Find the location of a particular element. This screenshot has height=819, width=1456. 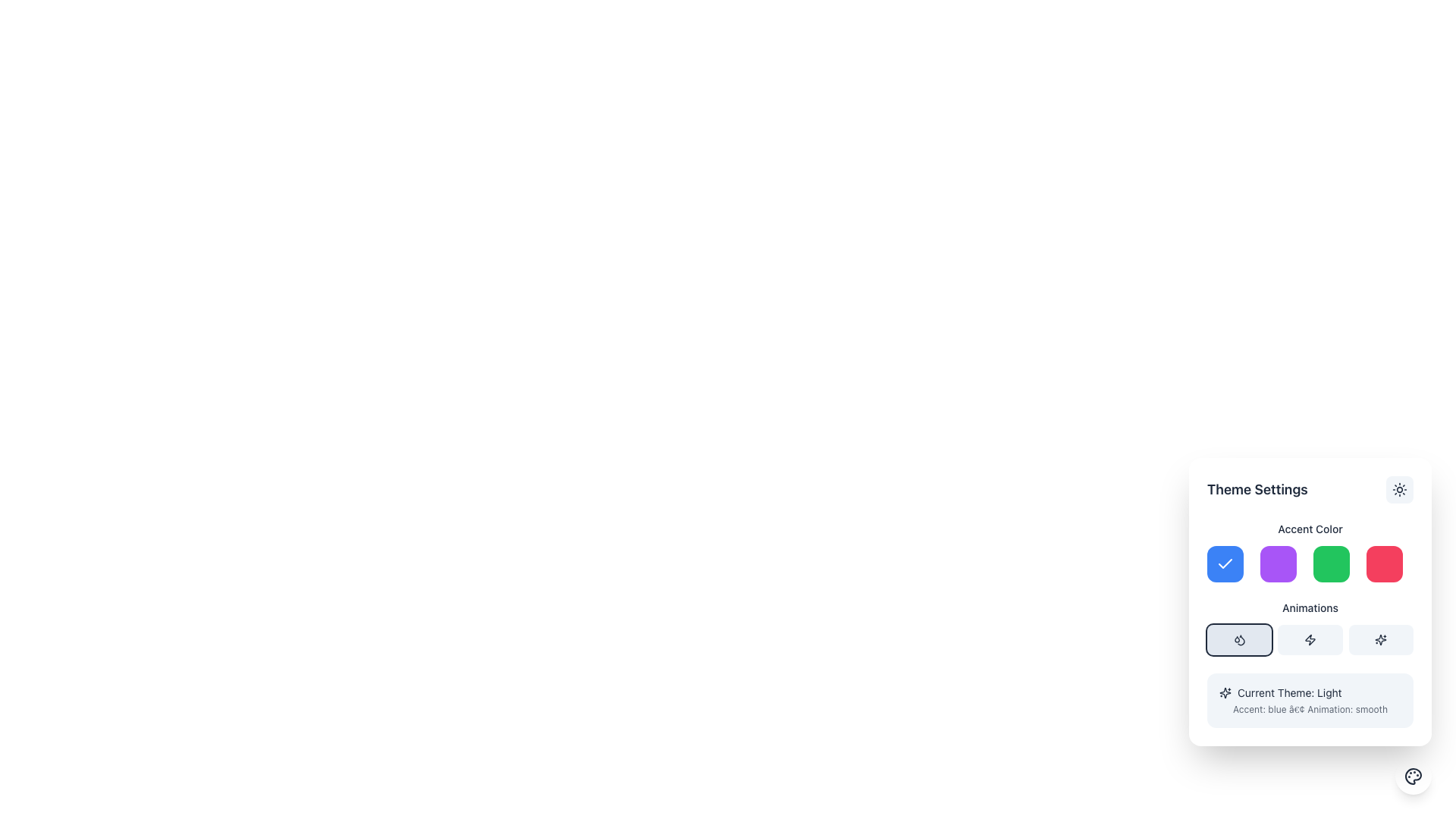

the static text label that displays information about the accent color as blue and the animation type as smooth, positioned below 'Current Theme: Light' in the settings panel is located at coordinates (1310, 710).